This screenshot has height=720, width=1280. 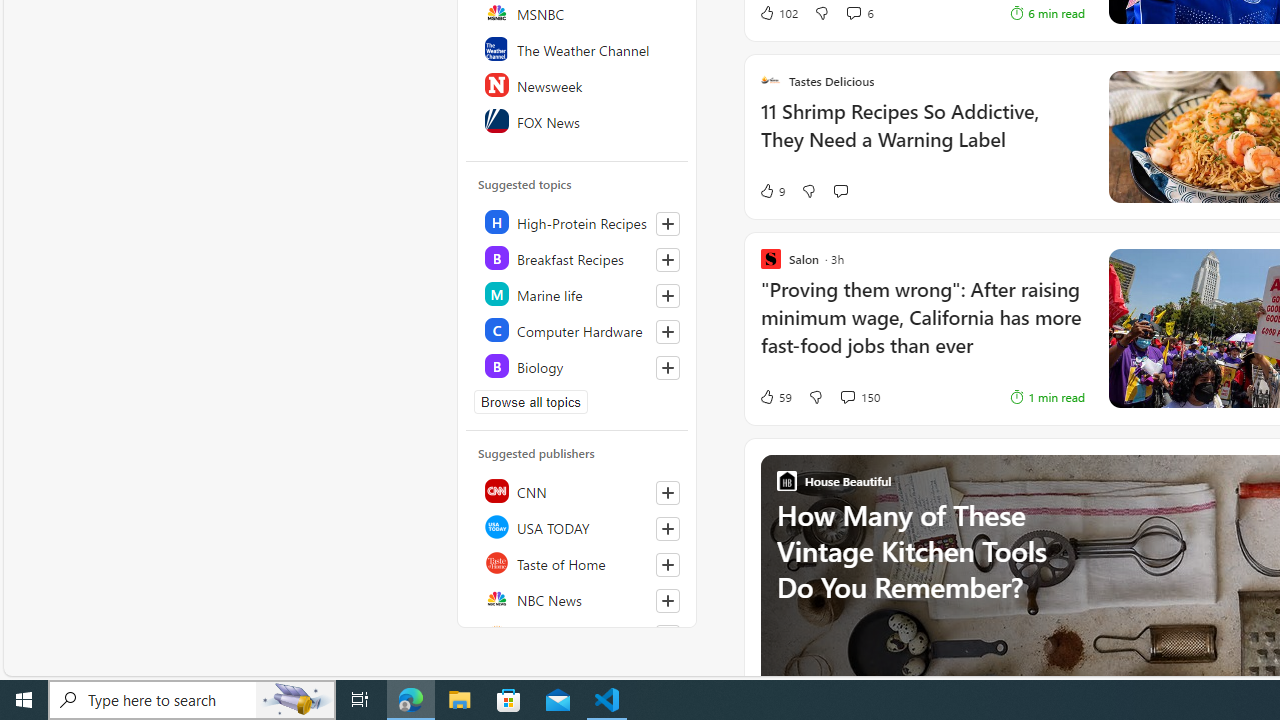 What do you see at coordinates (577, 366) in the screenshot?
I see `'Class: highlight'` at bounding box center [577, 366].